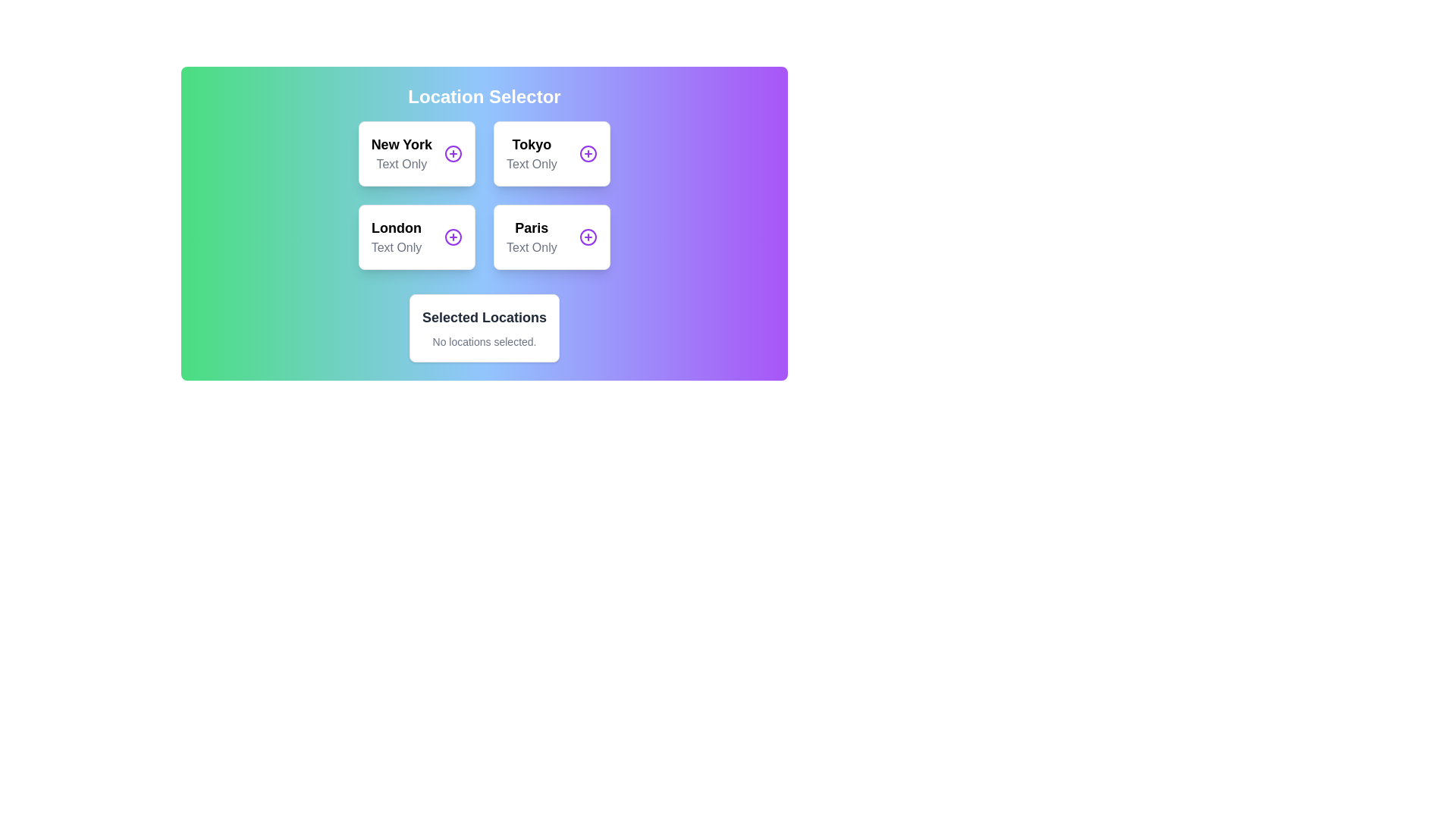 This screenshot has width=1456, height=819. I want to click on the 'Tokyo' location card in the grid layout, so click(532, 154).